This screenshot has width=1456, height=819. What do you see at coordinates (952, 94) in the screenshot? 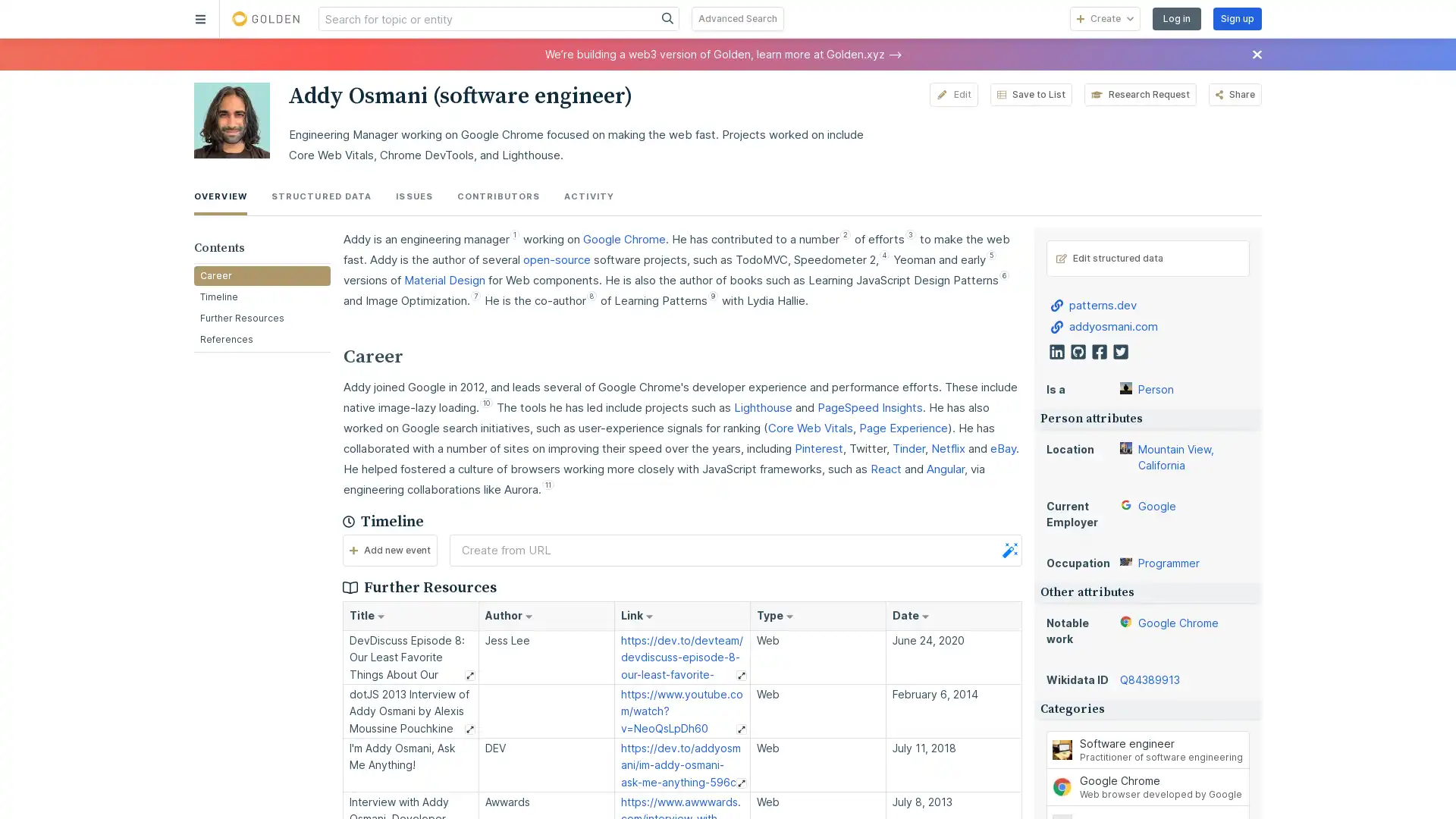
I see `Edit` at bounding box center [952, 94].